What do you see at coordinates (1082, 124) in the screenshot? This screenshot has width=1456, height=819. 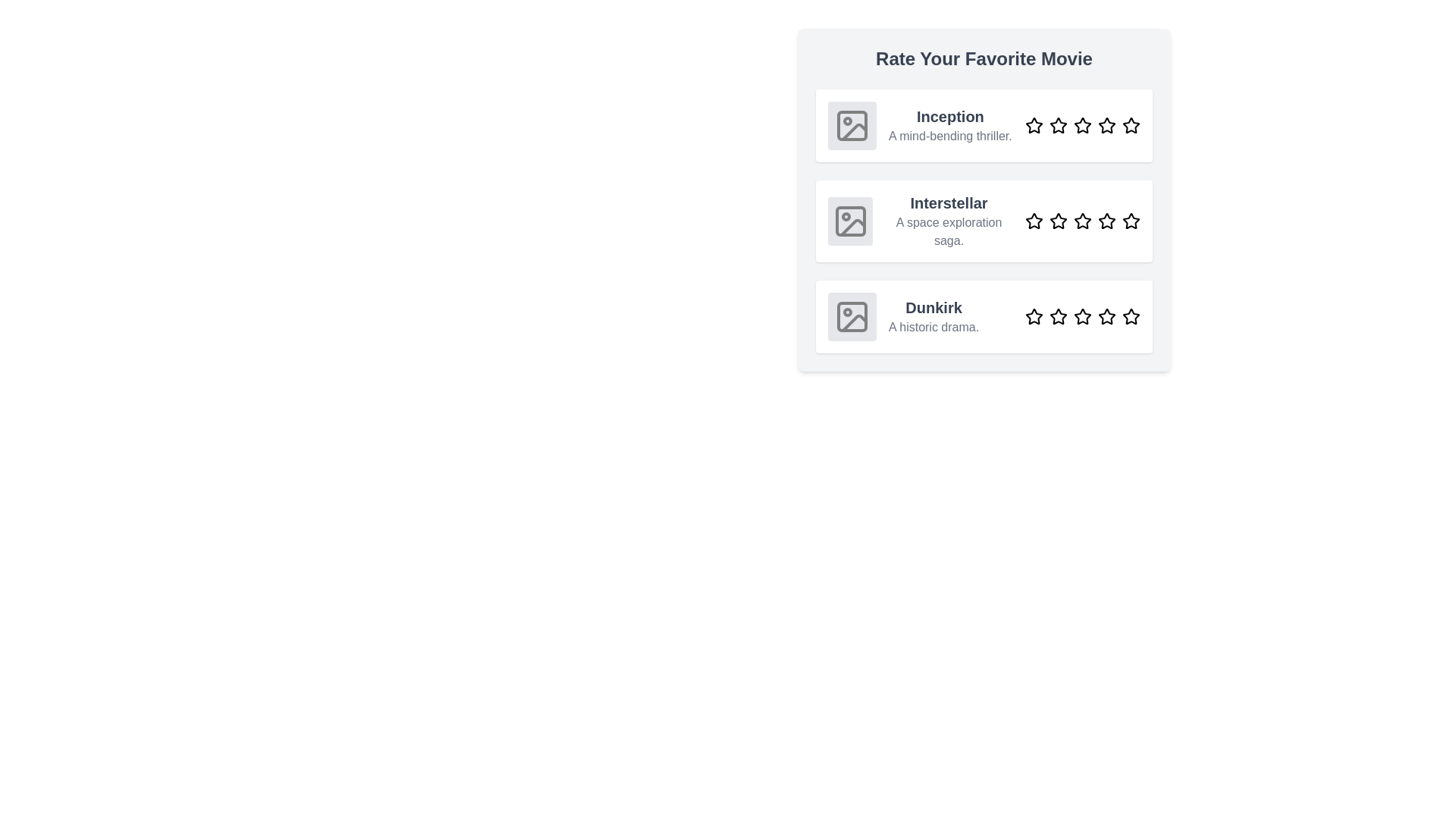 I see `the third star button in the rating system for the movie 'Inception'` at bounding box center [1082, 124].